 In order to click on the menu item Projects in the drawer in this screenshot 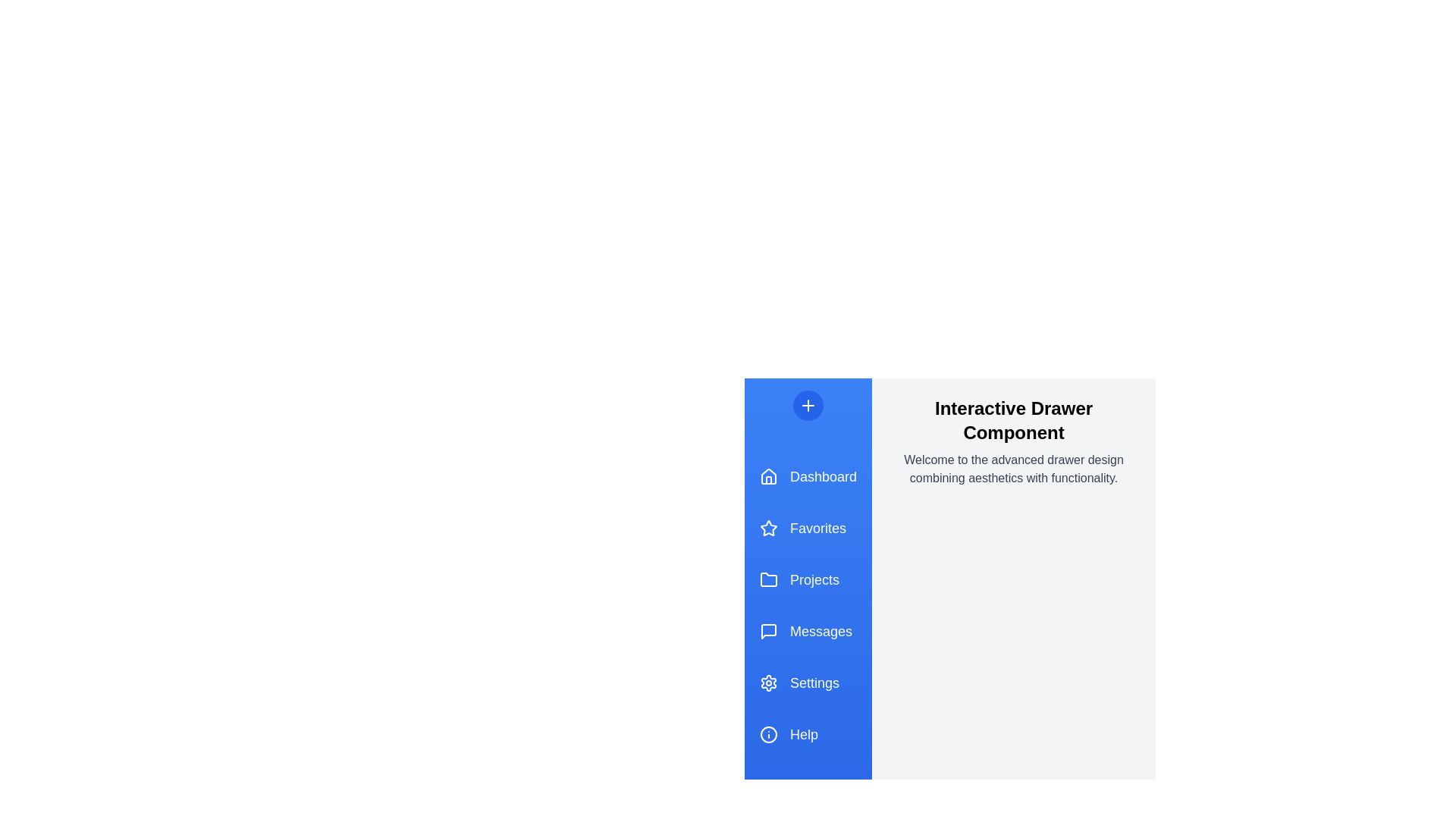, I will do `click(807, 579)`.